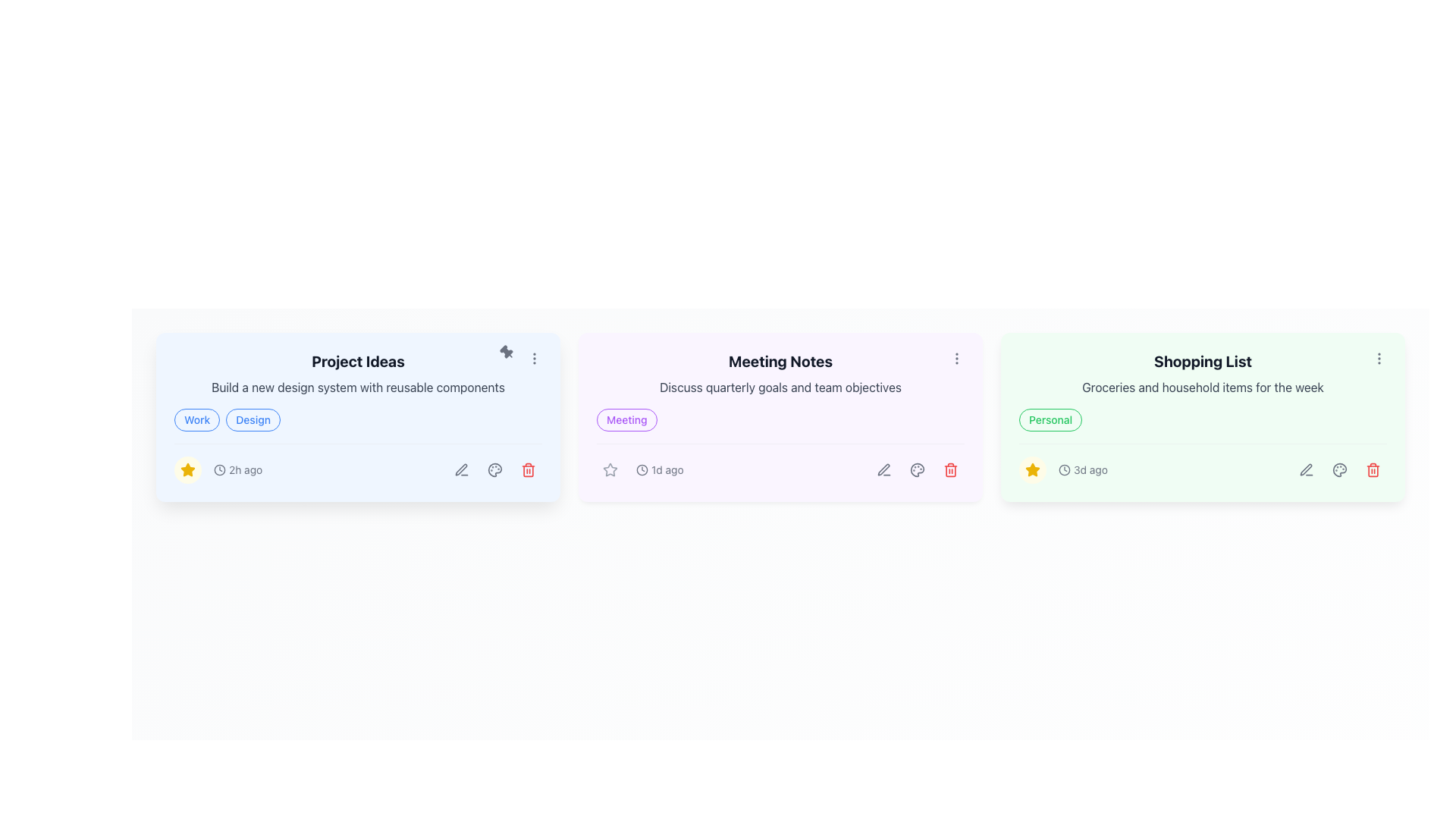 The image size is (1456, 819). I want to click on the graphical icon resembling a palette, which is part of the action button group at the lower section of the 'Project Ideas' card, so click(494, 469).